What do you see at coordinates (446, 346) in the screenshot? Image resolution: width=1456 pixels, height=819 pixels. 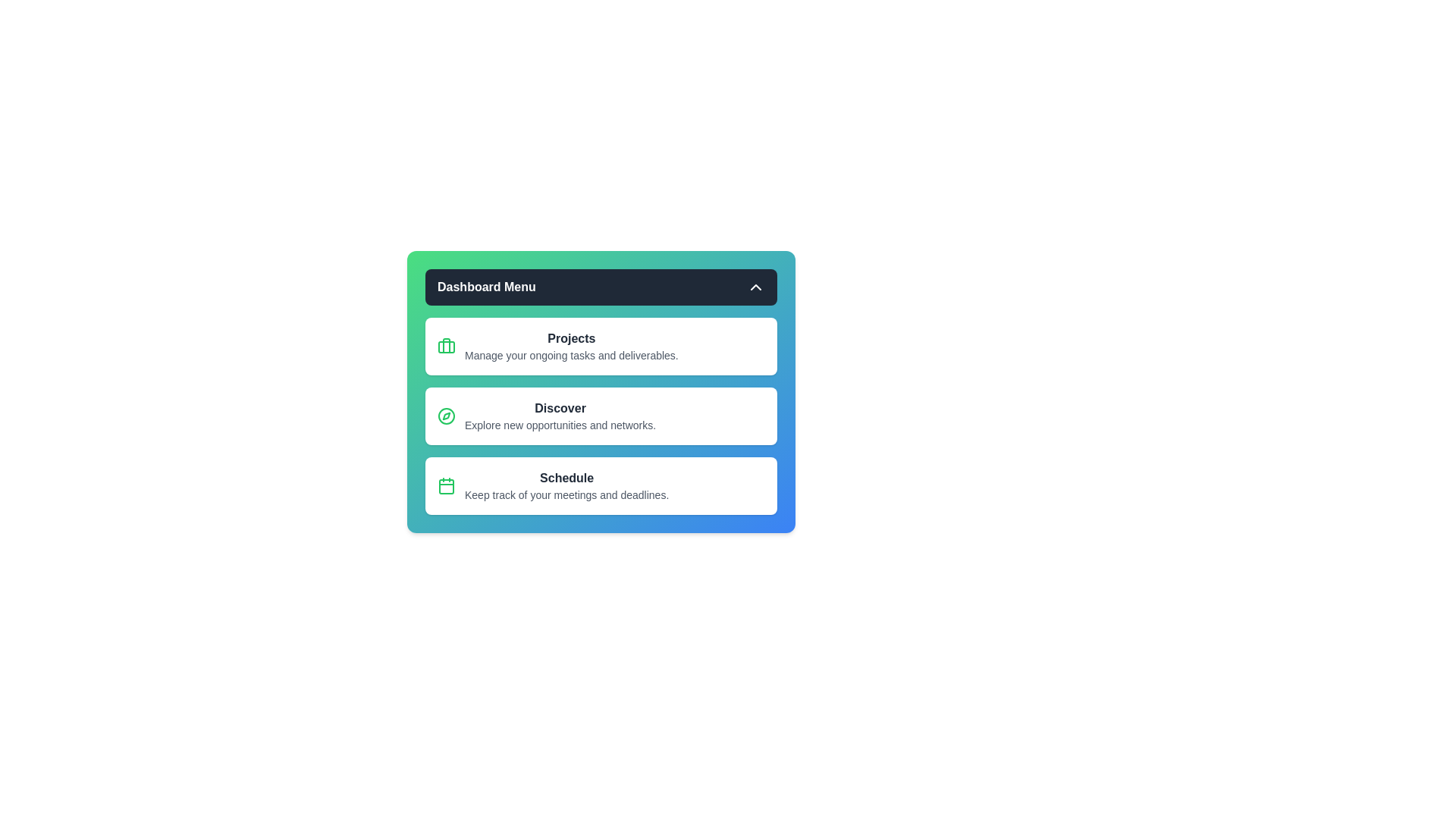 I see `the icon of the menu item corresponding to Projects` at bounding box center [446, 346].